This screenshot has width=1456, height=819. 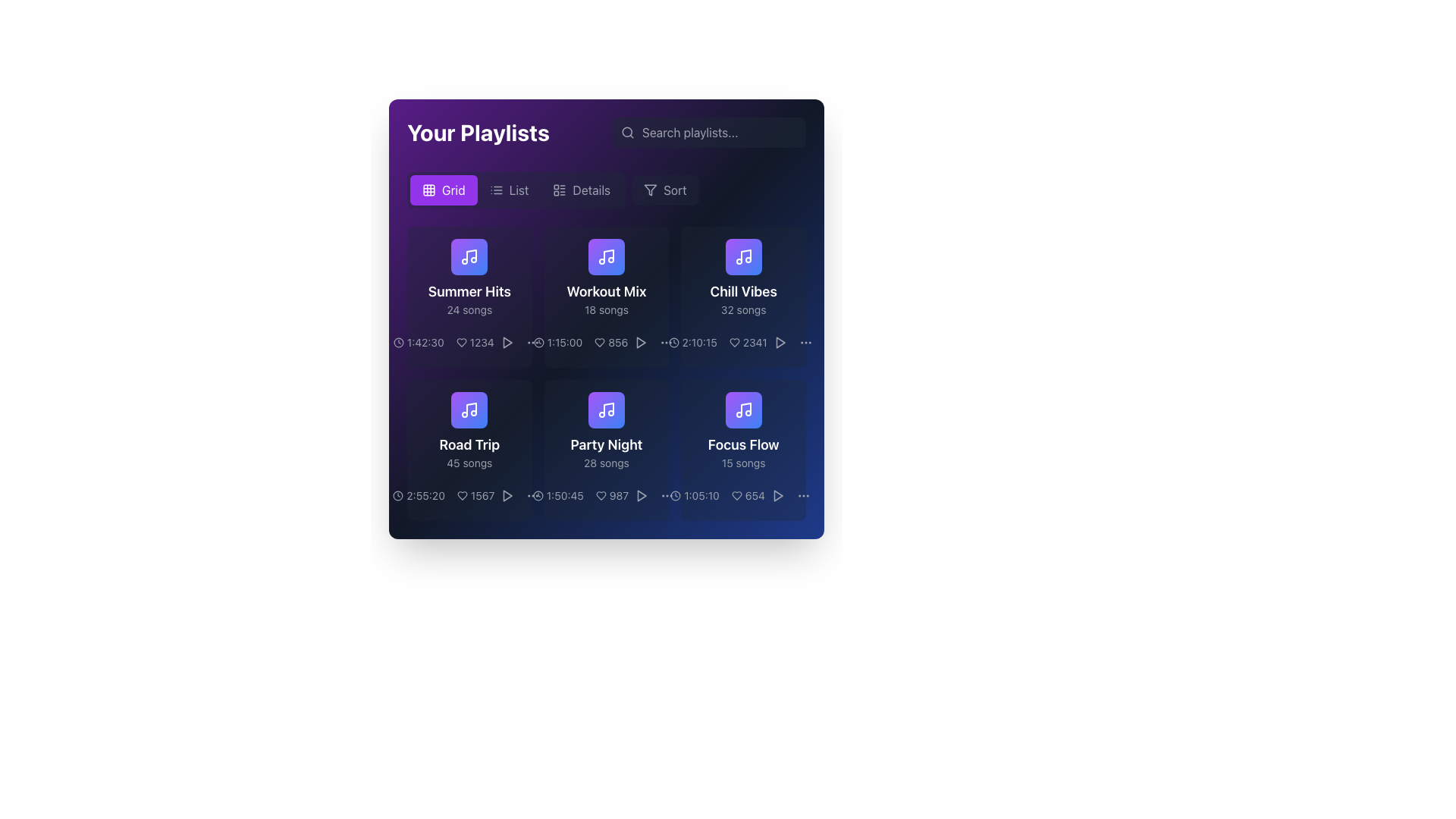 What do you see at coordinates (743, 297) in the screenshot?
I see `to select the playlist item titled 'Chill Vibes', which displays '32 songs' and features a gradient music note icon above the text` at bounding box center [743, 297].